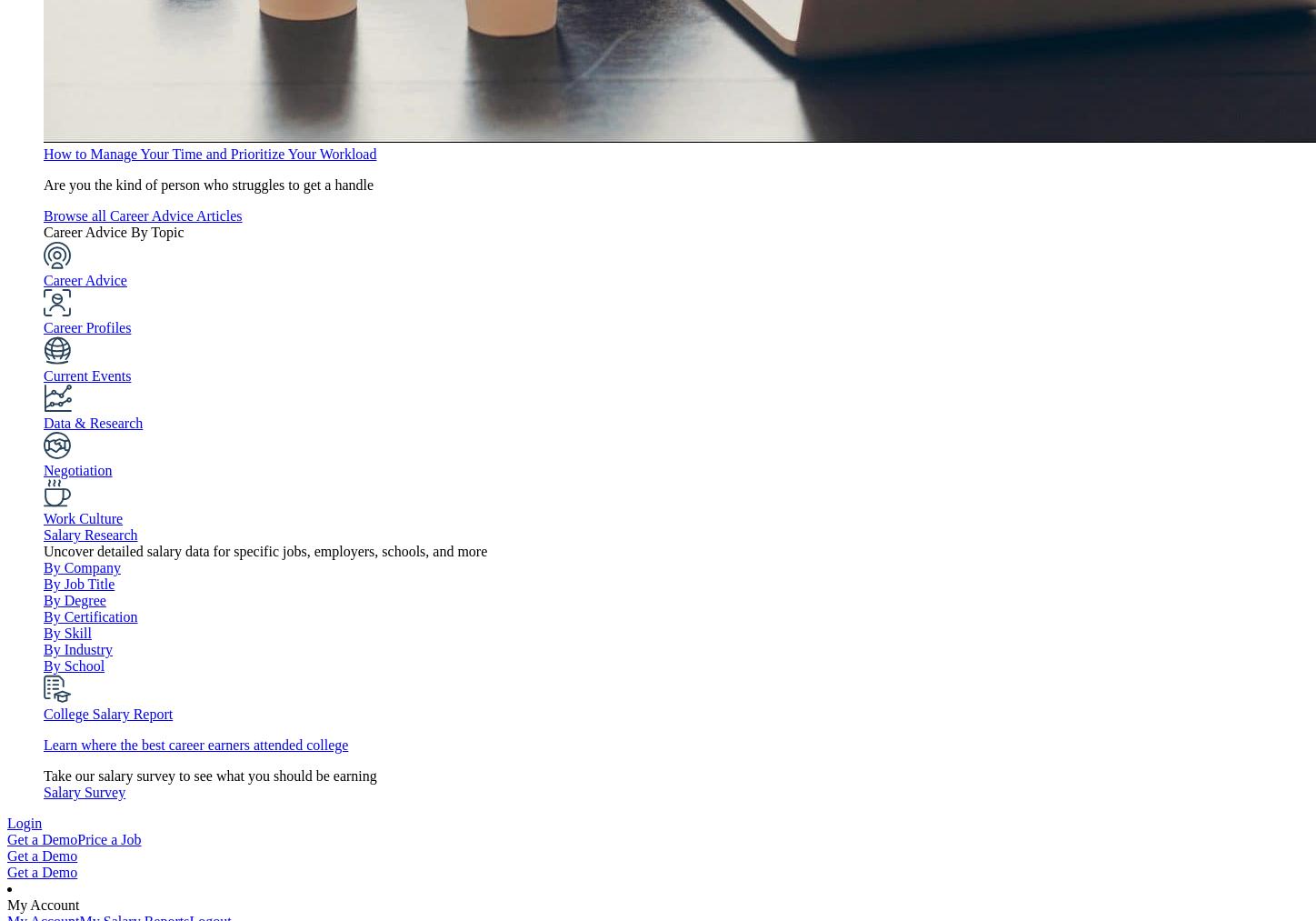 The image size is (1316, 921). What do you see at coordinates (82, 518) in the screenshot?
I see `'Work Culture'` at bounding box center [82, 518].